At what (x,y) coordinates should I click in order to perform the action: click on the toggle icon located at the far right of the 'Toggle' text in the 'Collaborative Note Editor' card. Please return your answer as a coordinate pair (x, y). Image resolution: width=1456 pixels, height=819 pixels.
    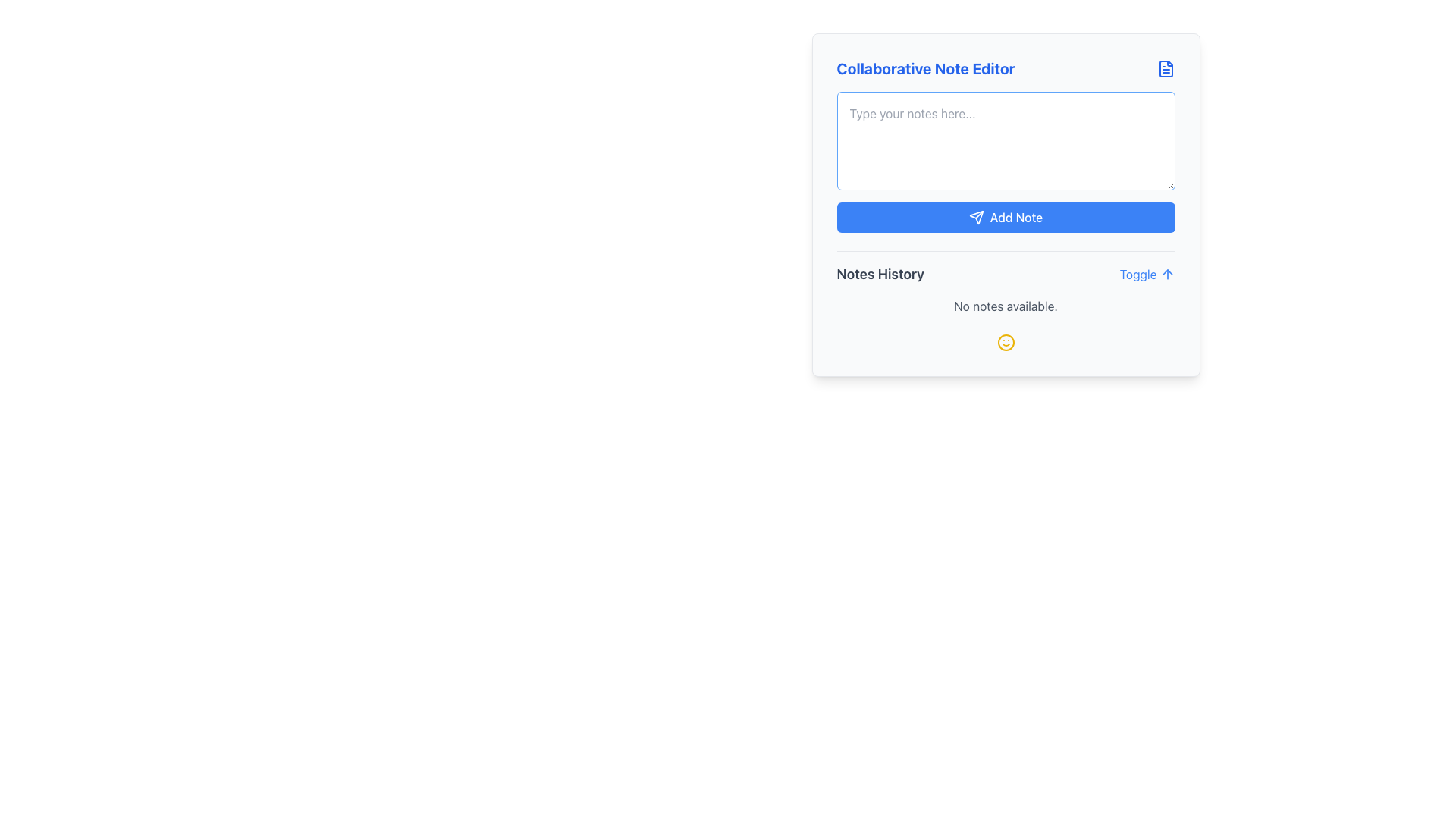
    Looking at the image, I should click on (1166, 275).